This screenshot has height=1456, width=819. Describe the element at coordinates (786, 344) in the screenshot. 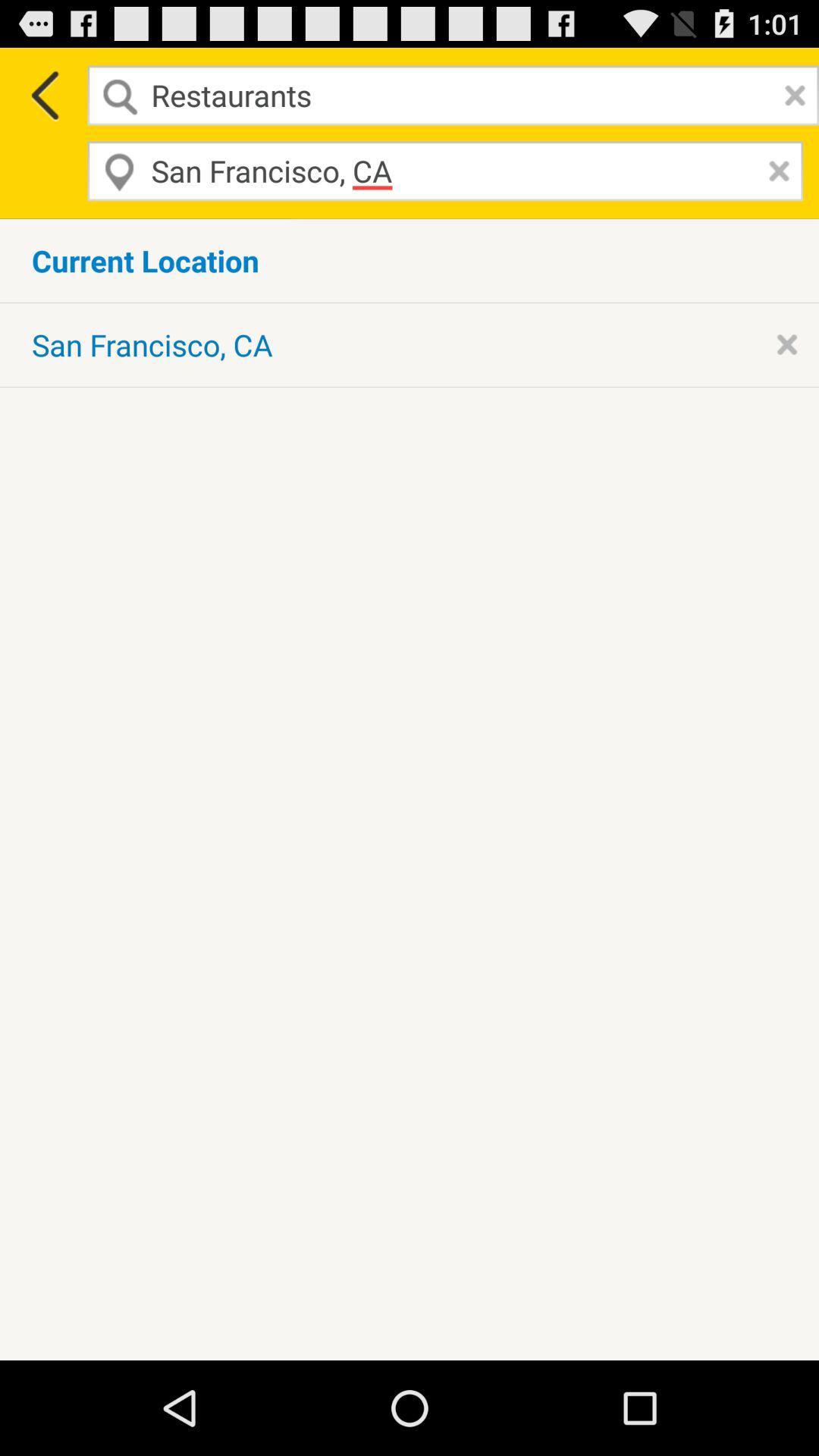

I see `this location` at that location.